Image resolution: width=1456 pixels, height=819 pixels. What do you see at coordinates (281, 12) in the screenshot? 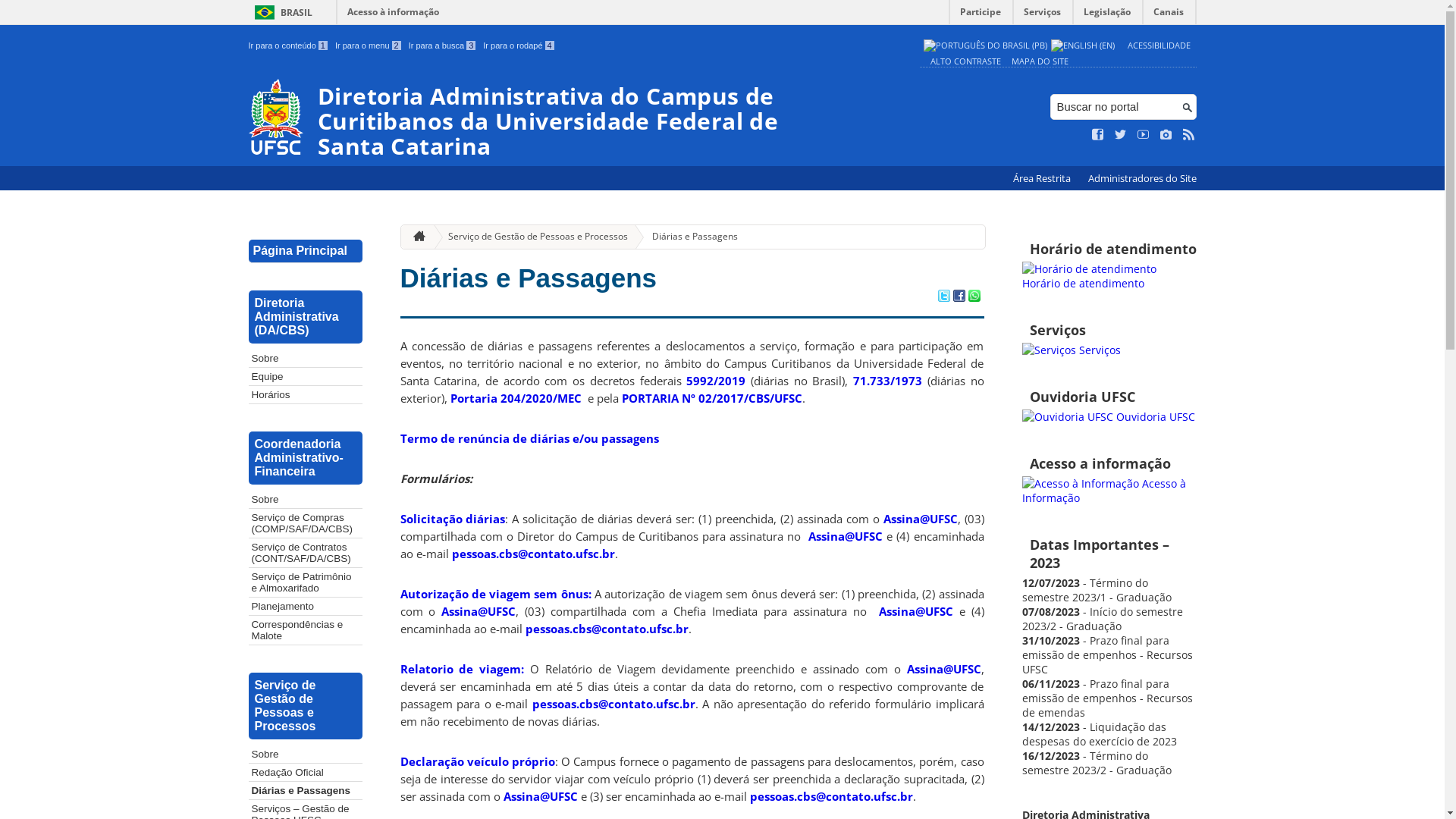
I see `'BRASIL'` at bounding box center [281, 12].